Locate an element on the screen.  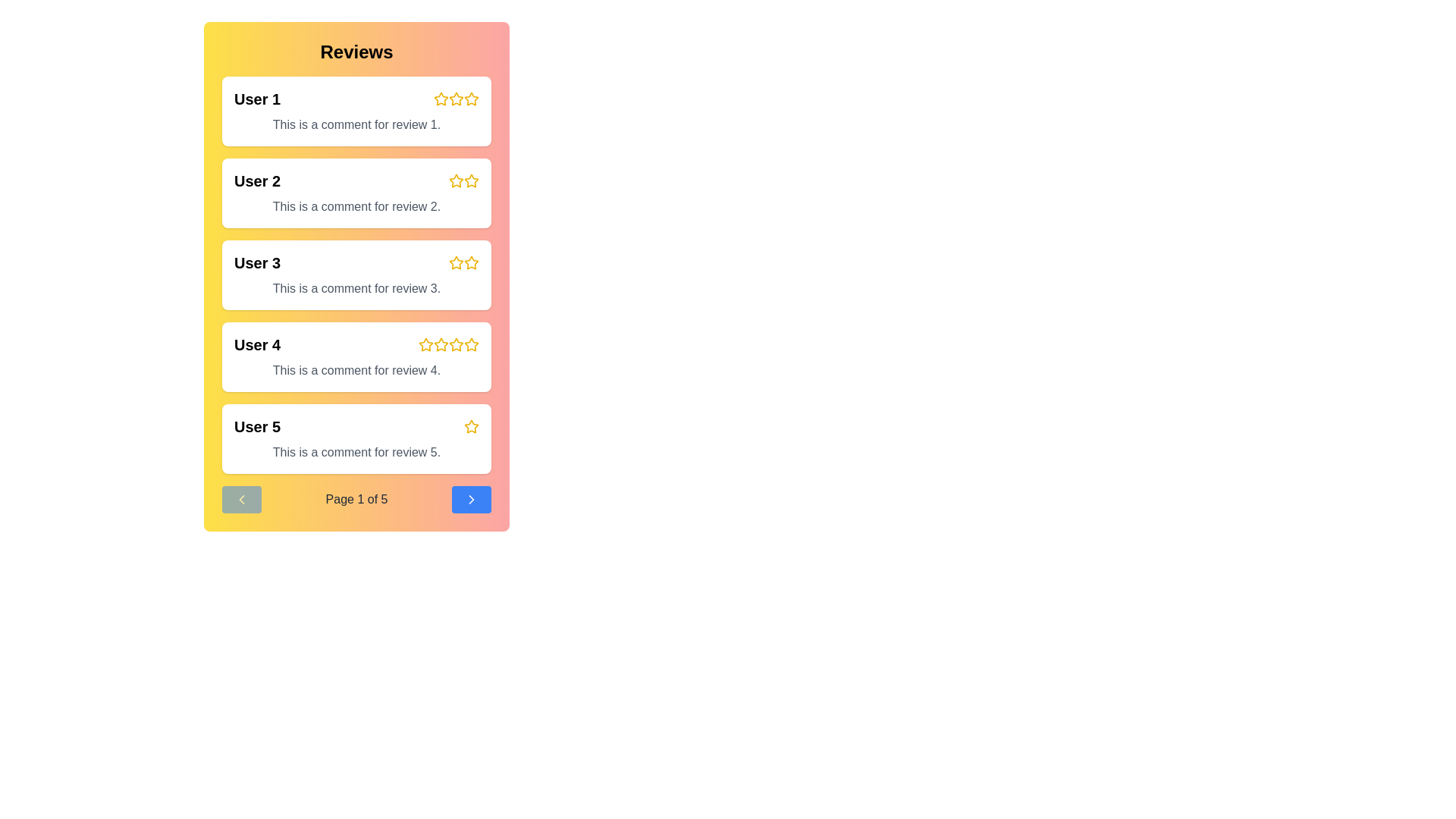
the right-pointing chevron arrow icon located at the center of the blue rectangular button in the bottom-right corner of the layout is located at coordinates (470, 500).